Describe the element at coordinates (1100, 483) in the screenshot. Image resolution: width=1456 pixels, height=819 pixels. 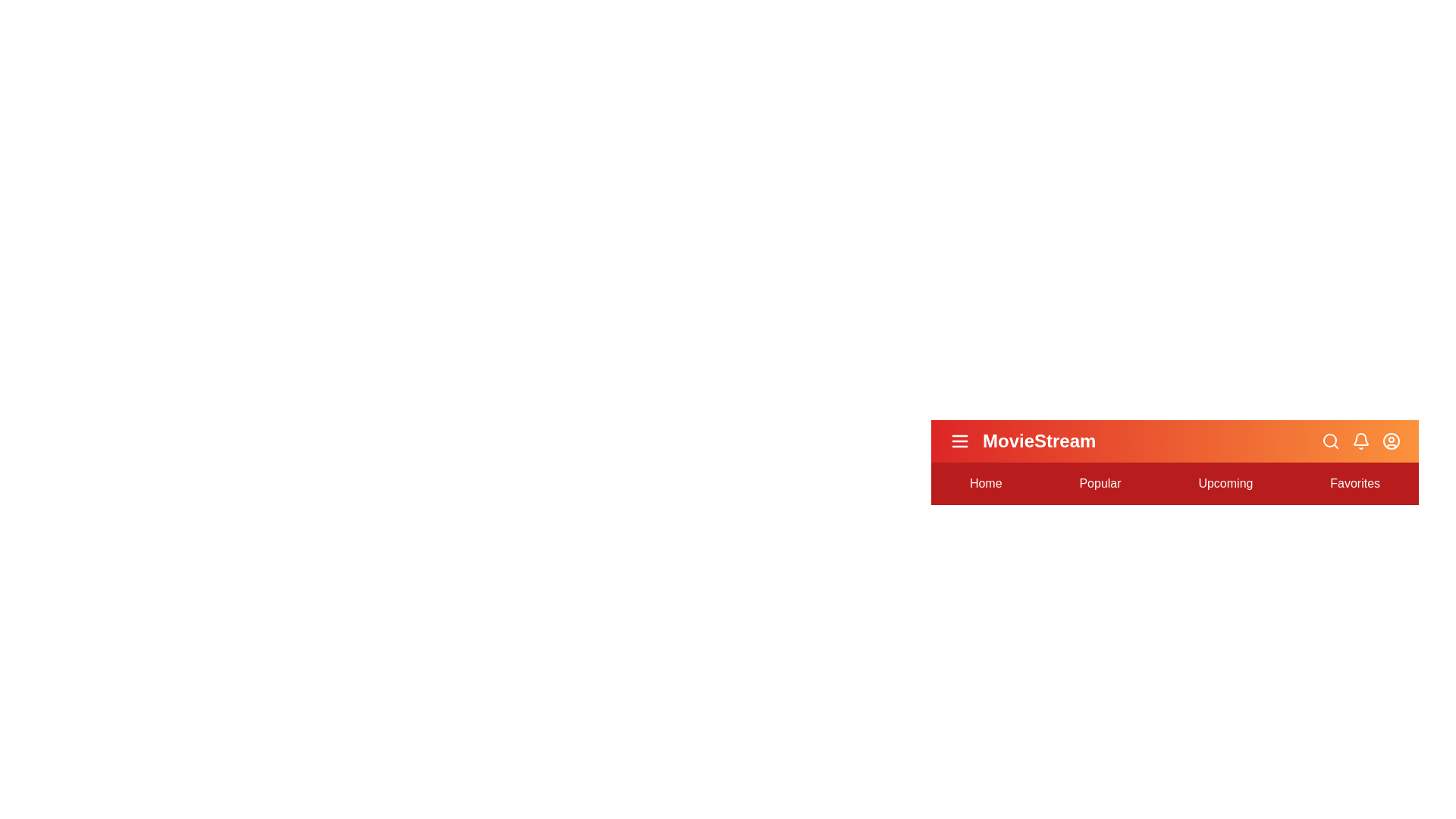
I see `the navigation option Popular to highlight it` at that location.